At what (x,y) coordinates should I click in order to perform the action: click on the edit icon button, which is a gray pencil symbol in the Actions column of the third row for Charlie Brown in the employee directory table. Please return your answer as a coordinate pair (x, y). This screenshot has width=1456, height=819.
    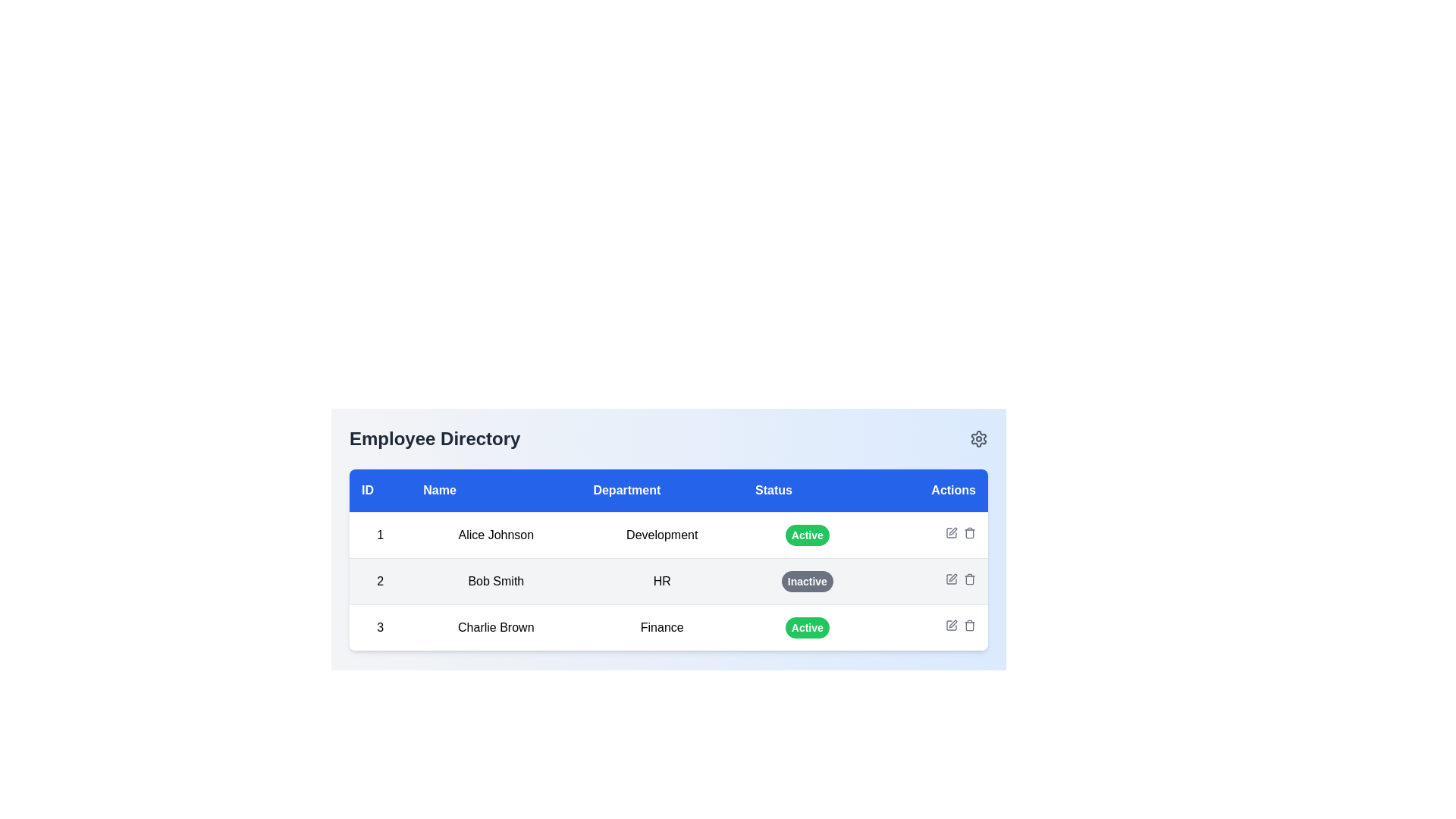
    Looking at the image, I should click on (950, 626).